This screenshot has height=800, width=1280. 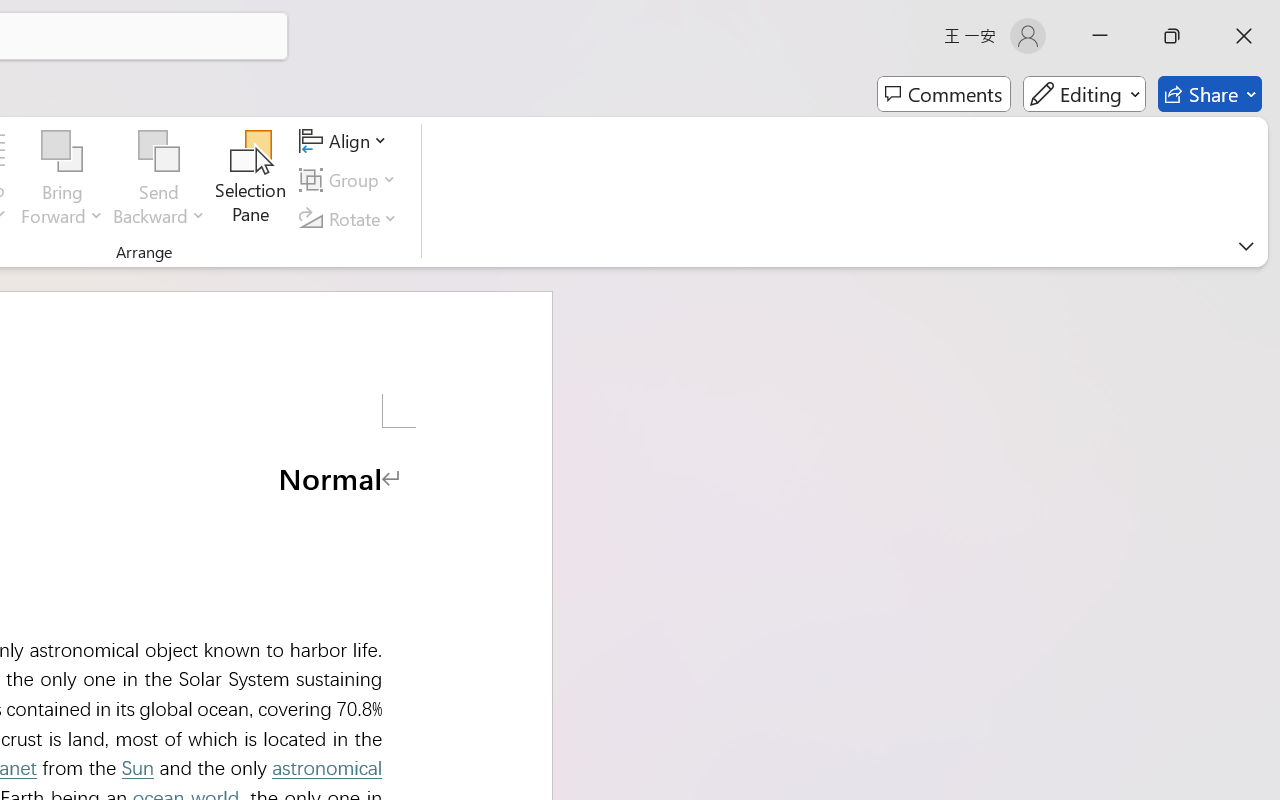 What do you see at coordinates (158, 179) in the screenshot?
I see `'Send Backward'` at bounding box center [158, 179].